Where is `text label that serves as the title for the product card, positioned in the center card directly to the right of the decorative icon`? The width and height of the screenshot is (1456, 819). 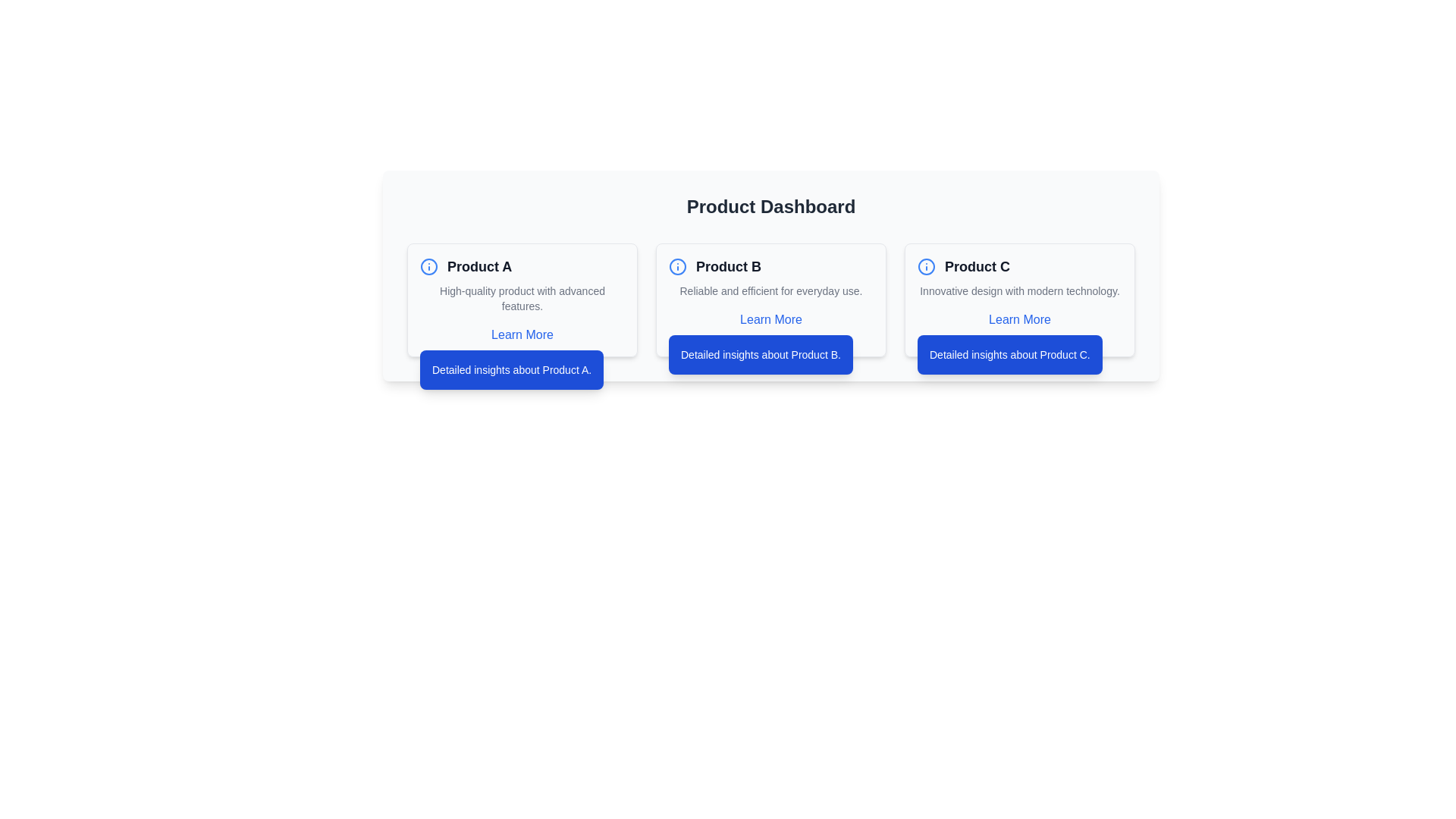
text label that serves as the title for the product card, positioned in the center card directly to the right of the decorative icon is located at coordinates (728, 265).